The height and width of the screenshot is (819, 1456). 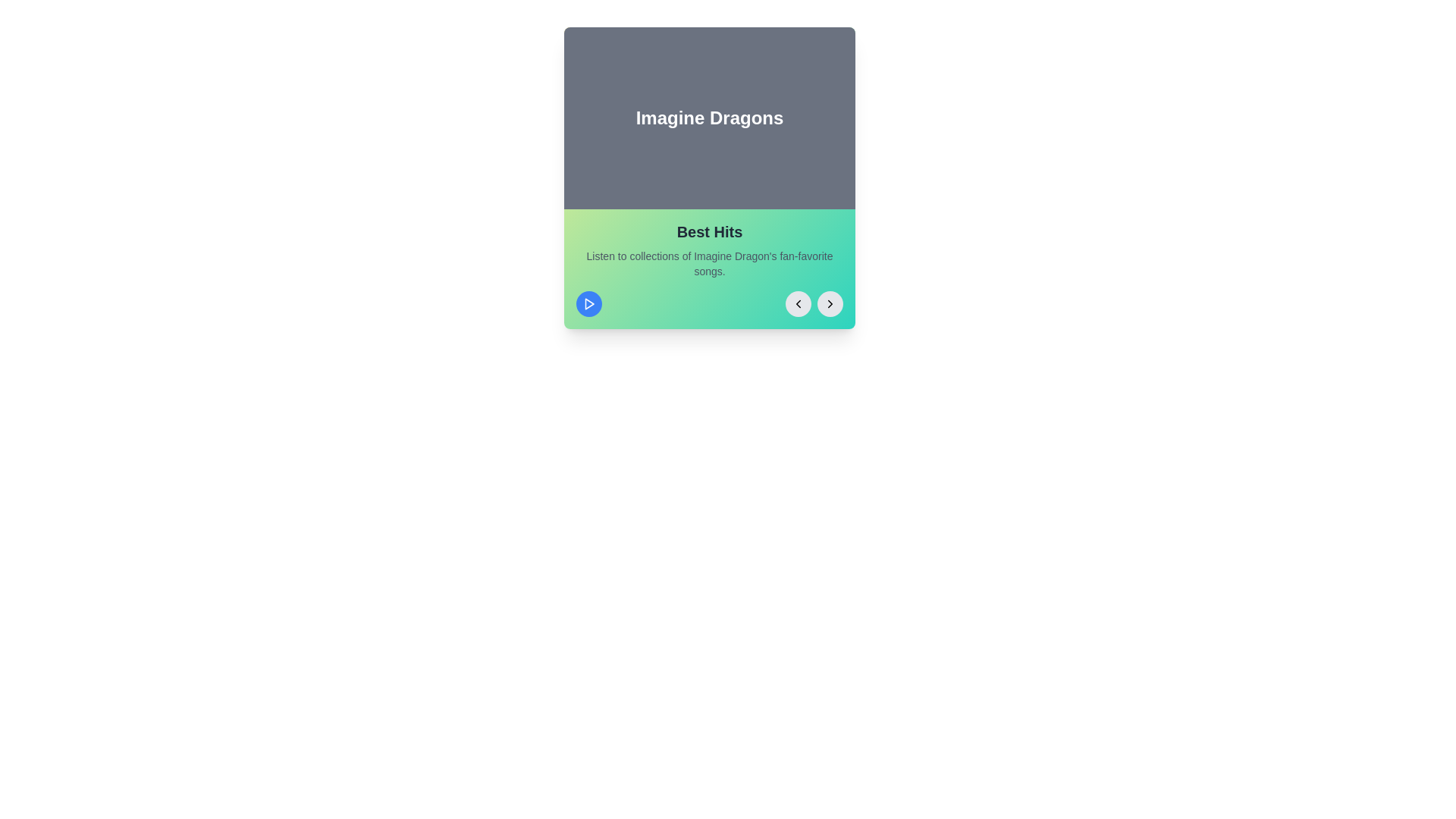 I want to click on the text label displaying the message 'Listen to collections of Imagine Dragon's fan-favorite songs.', which is positioned below the 'Best Hits' heading and above navigation buttons, centrally aligned within a green-to-blue gradient background, so click(x=709, y=262).